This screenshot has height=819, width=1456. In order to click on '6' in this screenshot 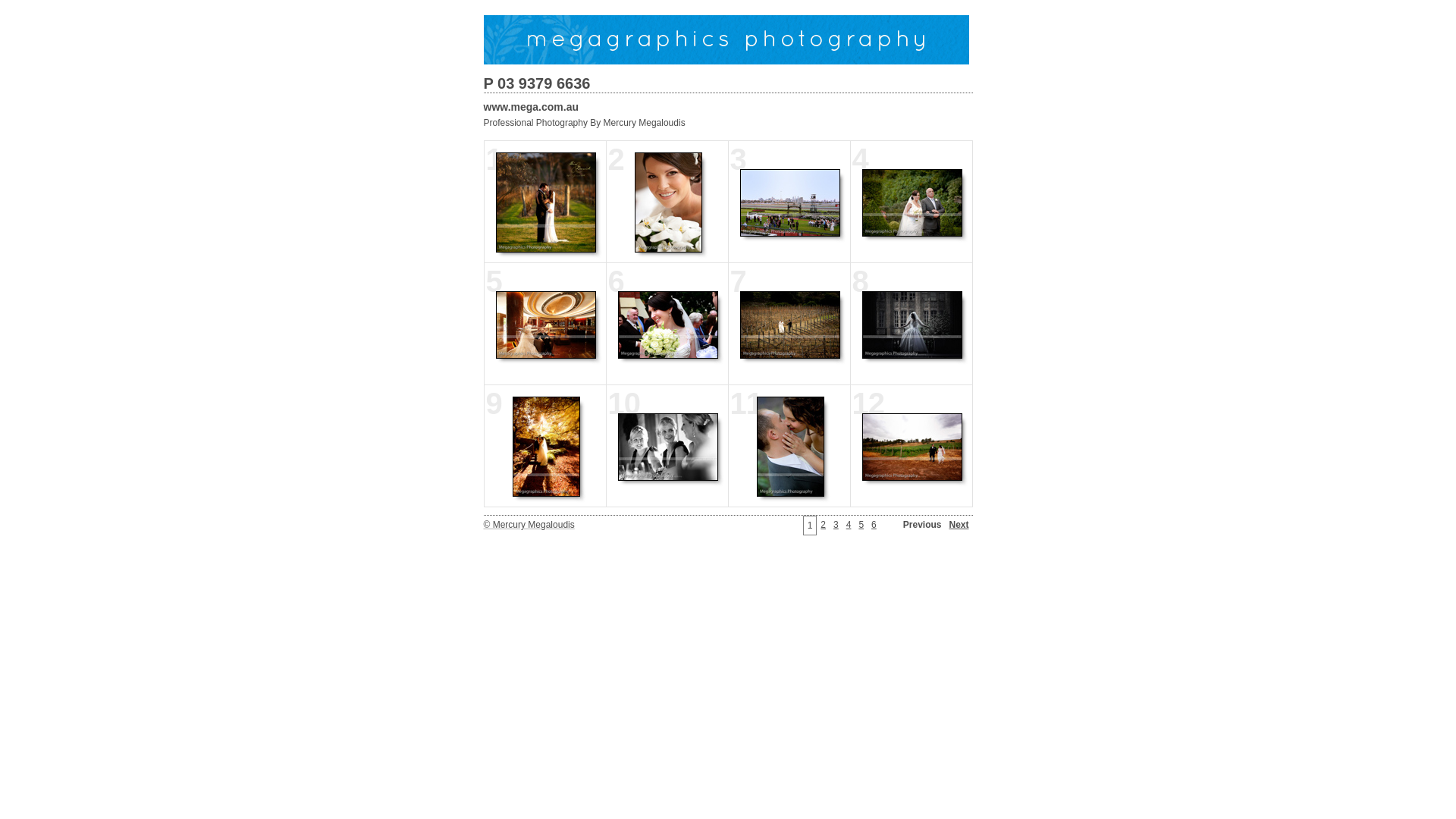, I will do `click(666, 322)`.